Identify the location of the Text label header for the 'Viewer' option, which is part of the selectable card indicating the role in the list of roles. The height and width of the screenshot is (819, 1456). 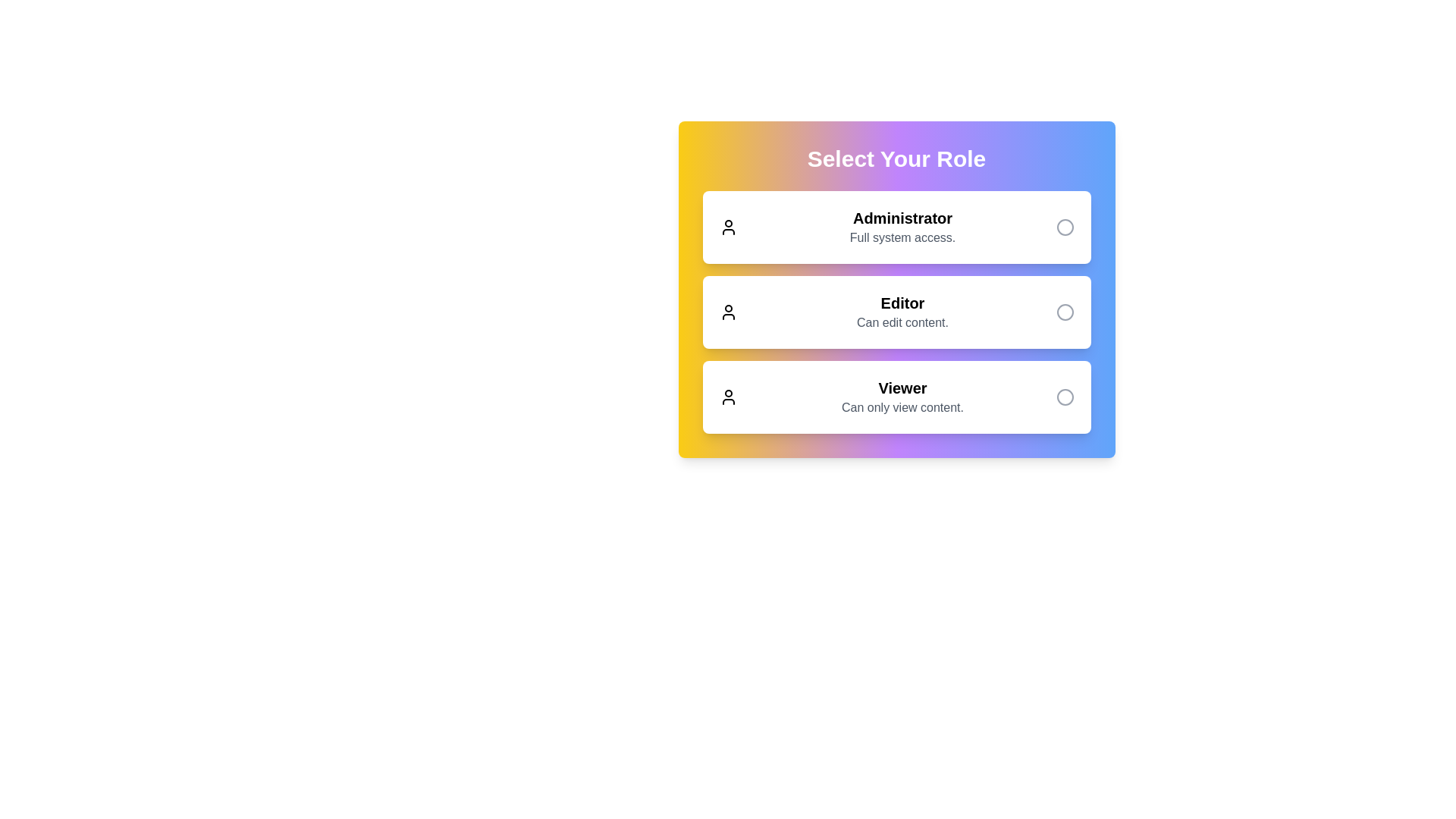
(902, 388).